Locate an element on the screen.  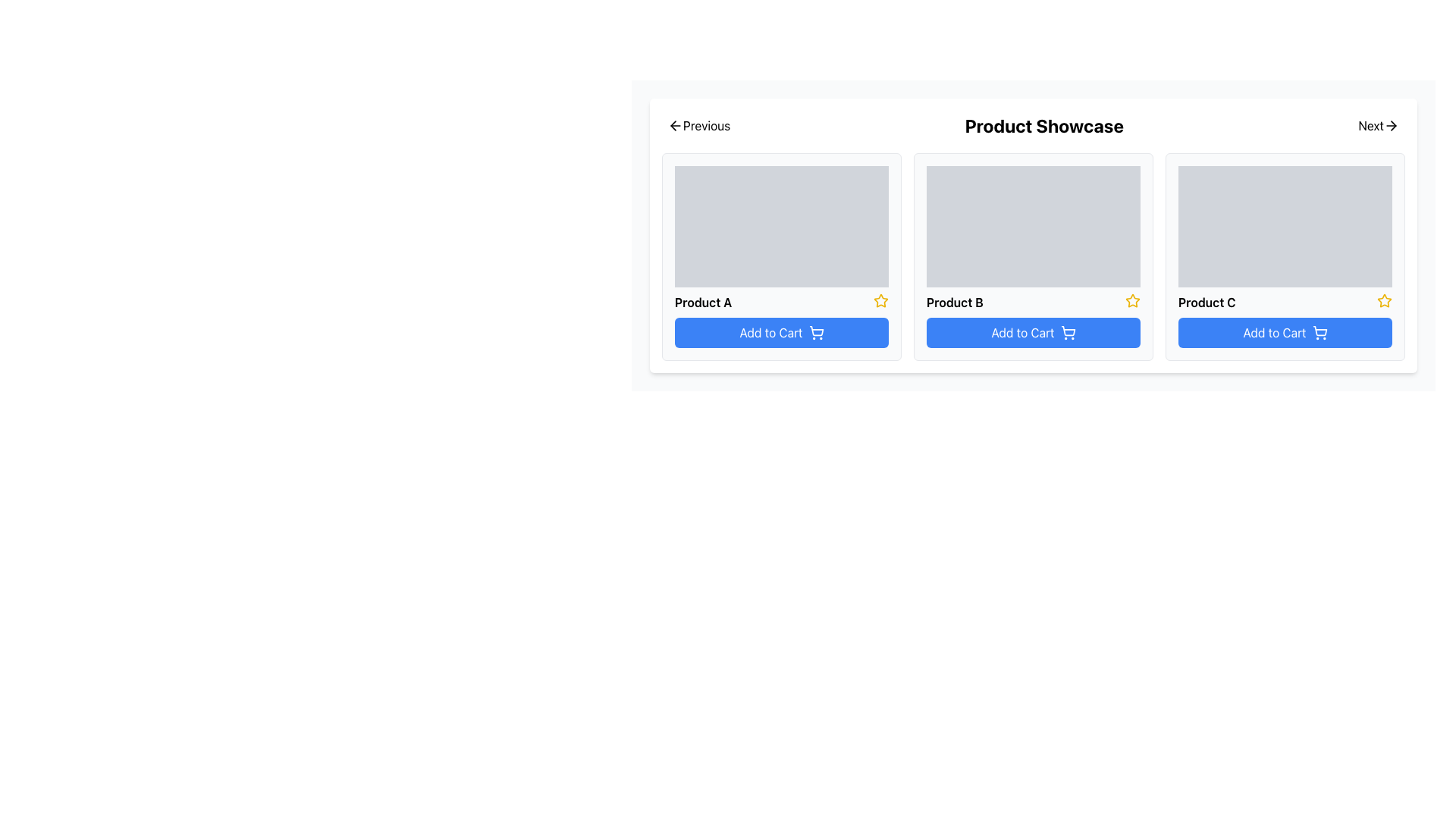
the interactive button at the bottom of Product C's card in the product showcase section is located at coordinates (1284, 332).